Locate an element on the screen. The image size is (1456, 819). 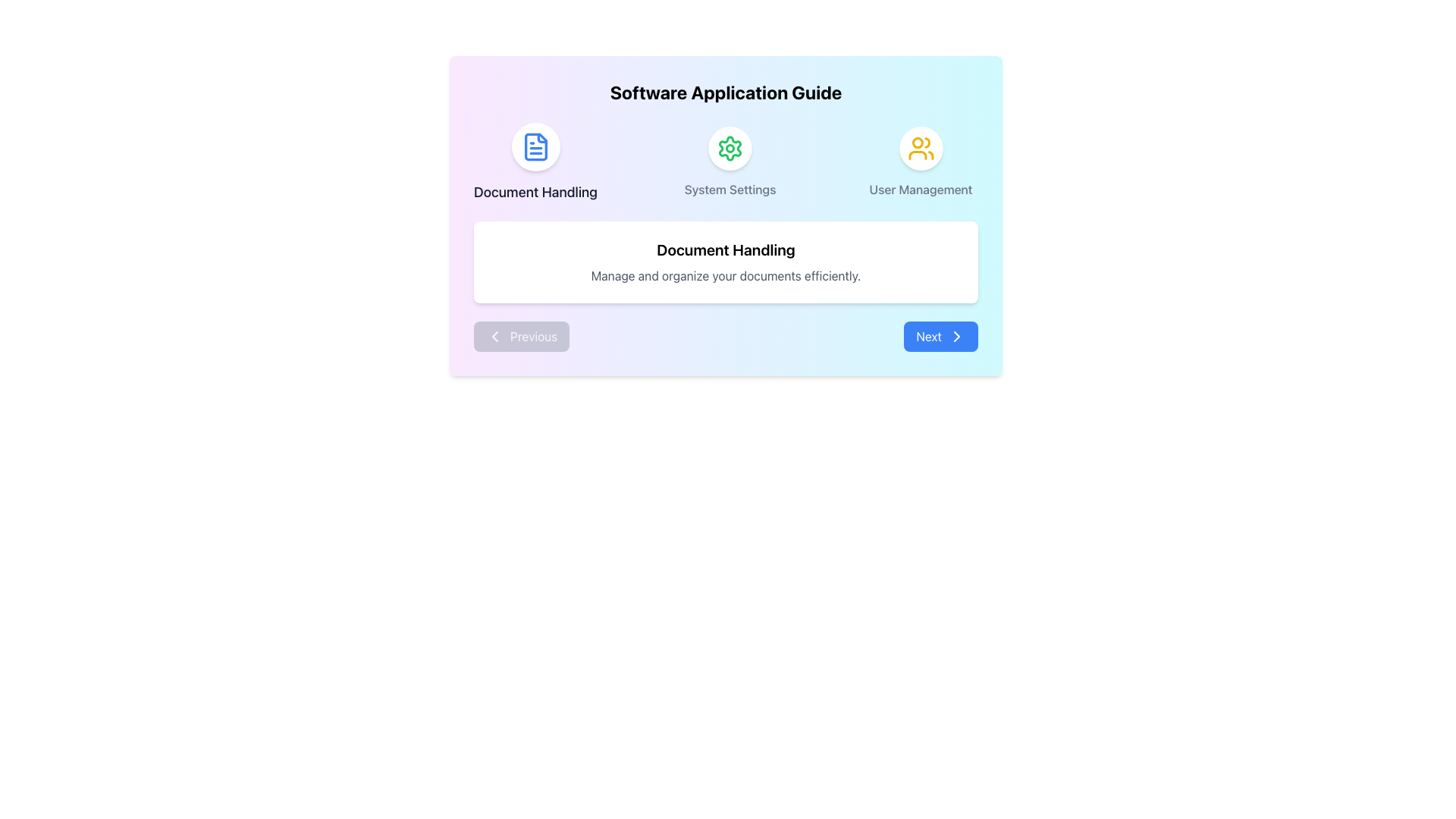
the left arrow icon inside the 'Previous' button is located at coordinates (494, 335).